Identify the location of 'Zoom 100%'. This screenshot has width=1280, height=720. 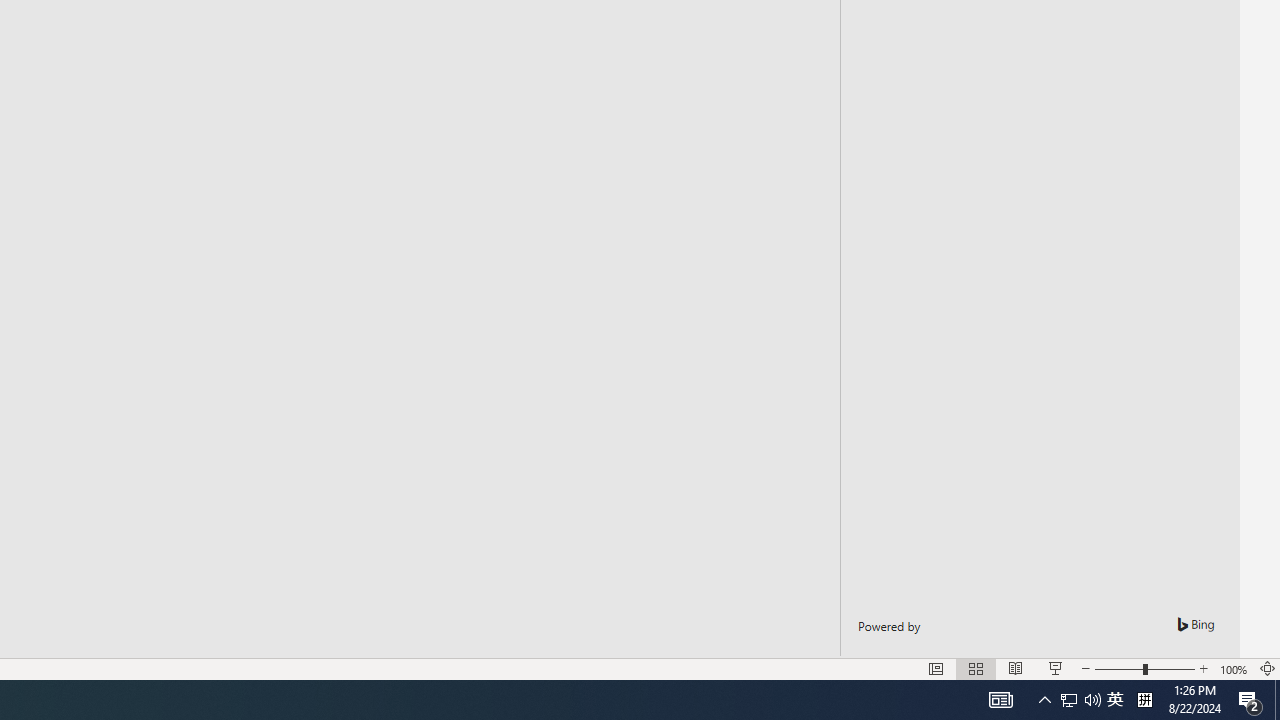
(1233, 669).